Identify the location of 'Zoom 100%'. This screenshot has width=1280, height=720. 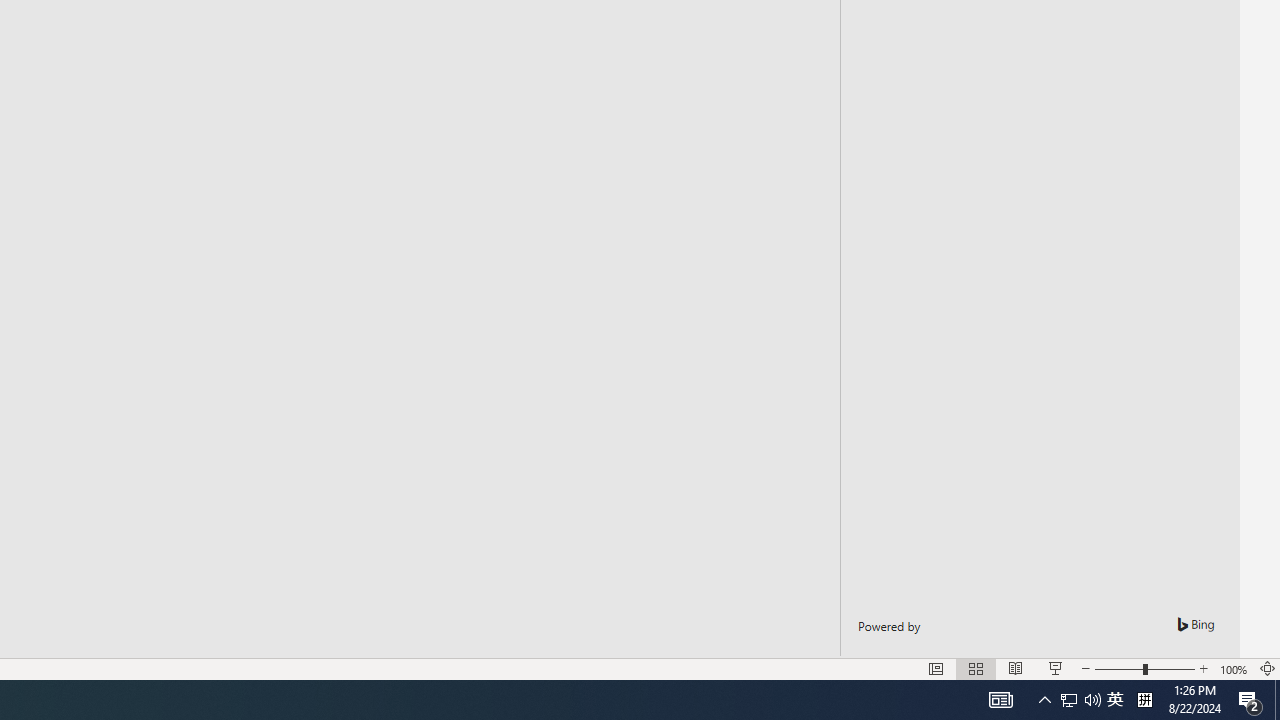
(1233, 669).